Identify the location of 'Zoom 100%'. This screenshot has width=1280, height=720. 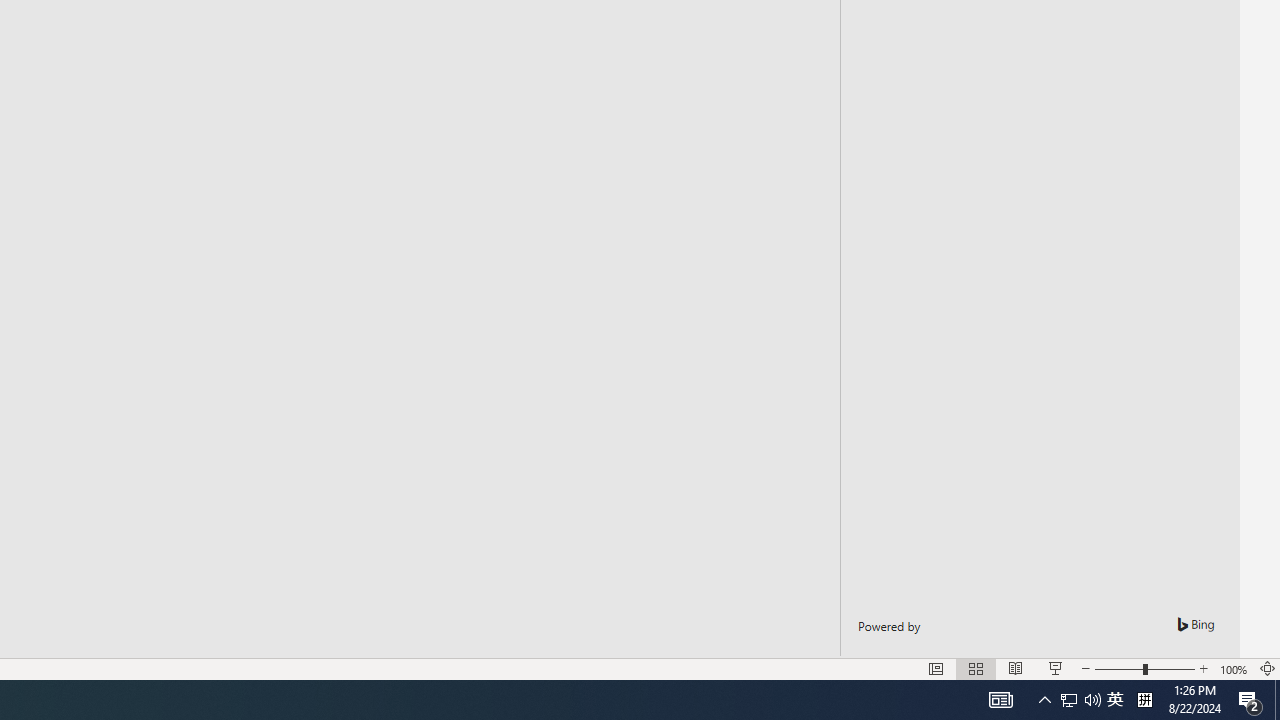
(1233, 669).